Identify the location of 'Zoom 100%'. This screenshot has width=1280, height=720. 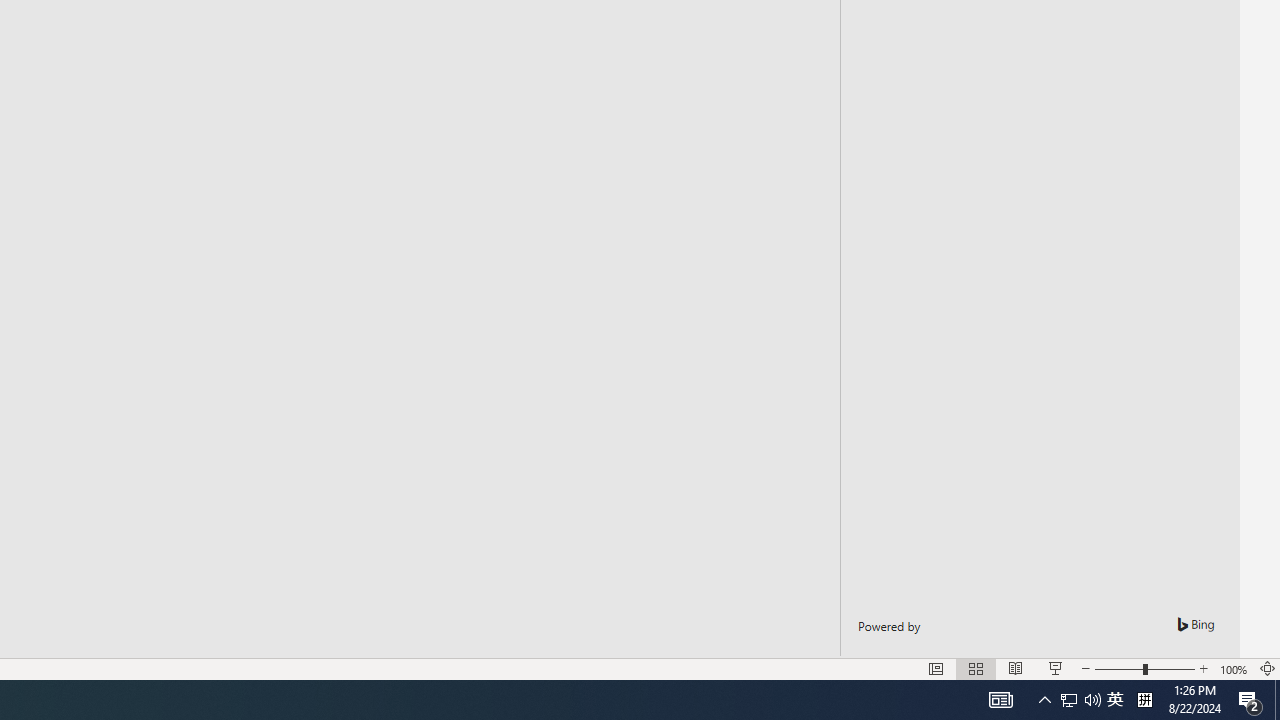
(1233, 669).